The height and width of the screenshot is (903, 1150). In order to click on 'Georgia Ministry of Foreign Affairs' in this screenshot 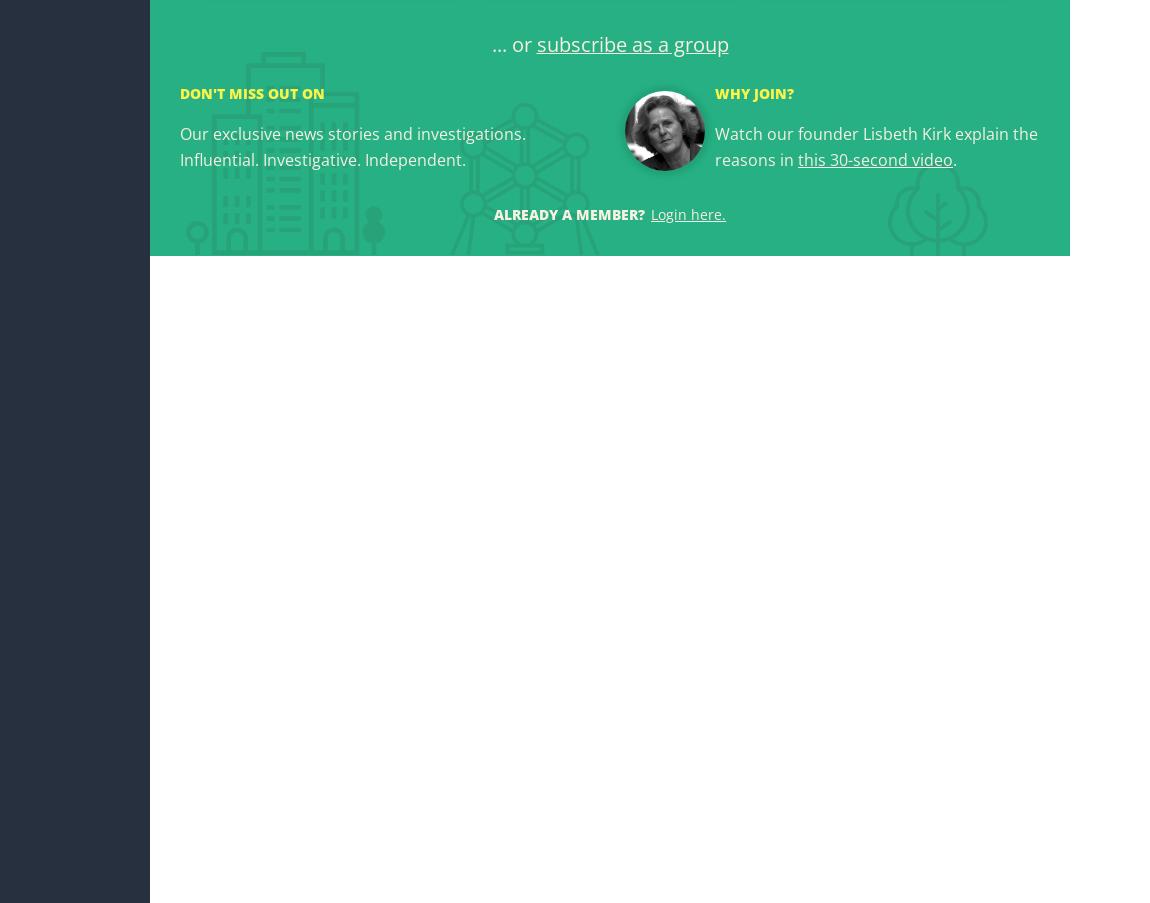, I will do `click(944, 791)`.